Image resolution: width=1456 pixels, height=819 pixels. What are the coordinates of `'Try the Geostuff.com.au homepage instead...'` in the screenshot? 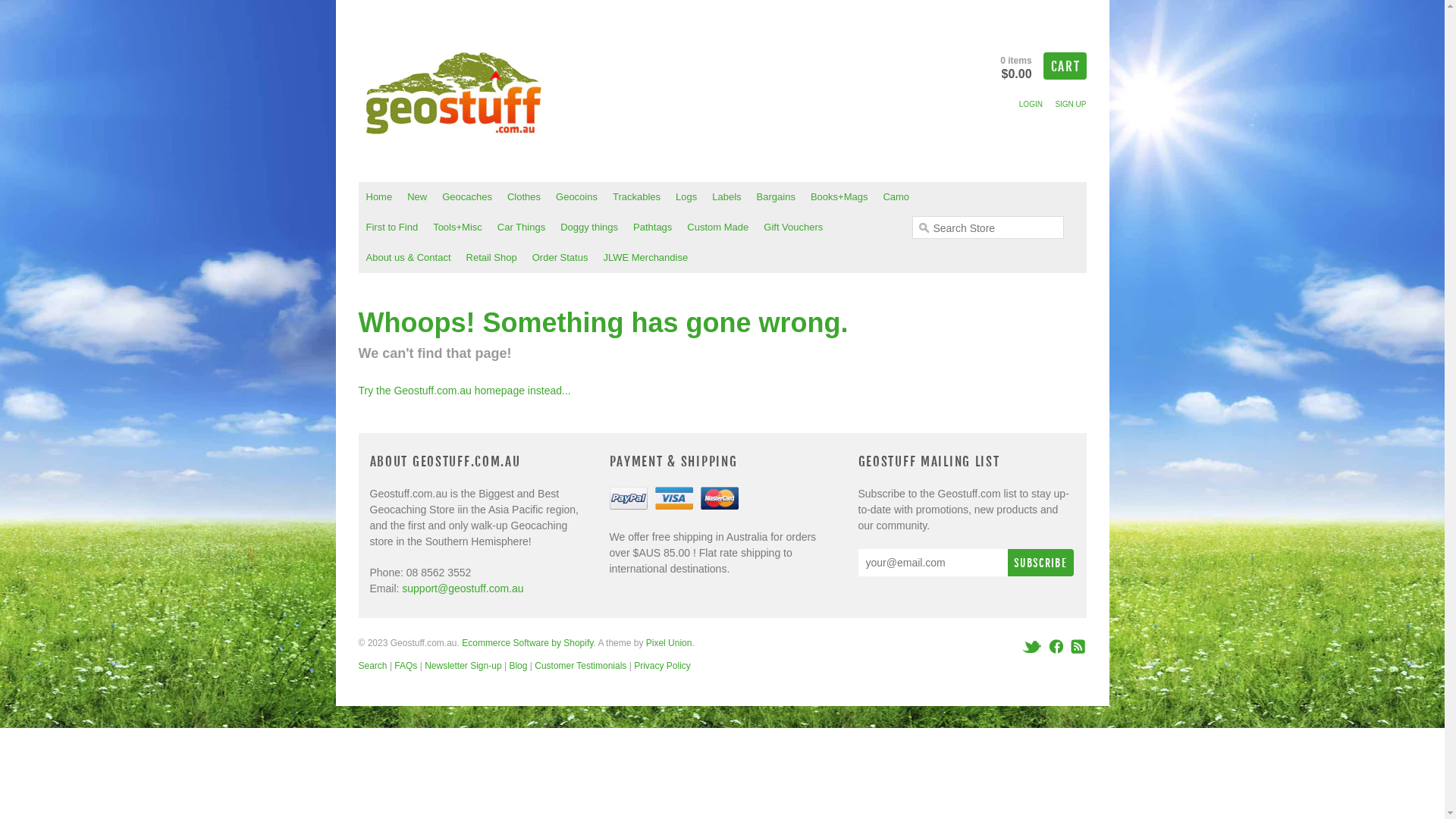 It's located at (356, 390).